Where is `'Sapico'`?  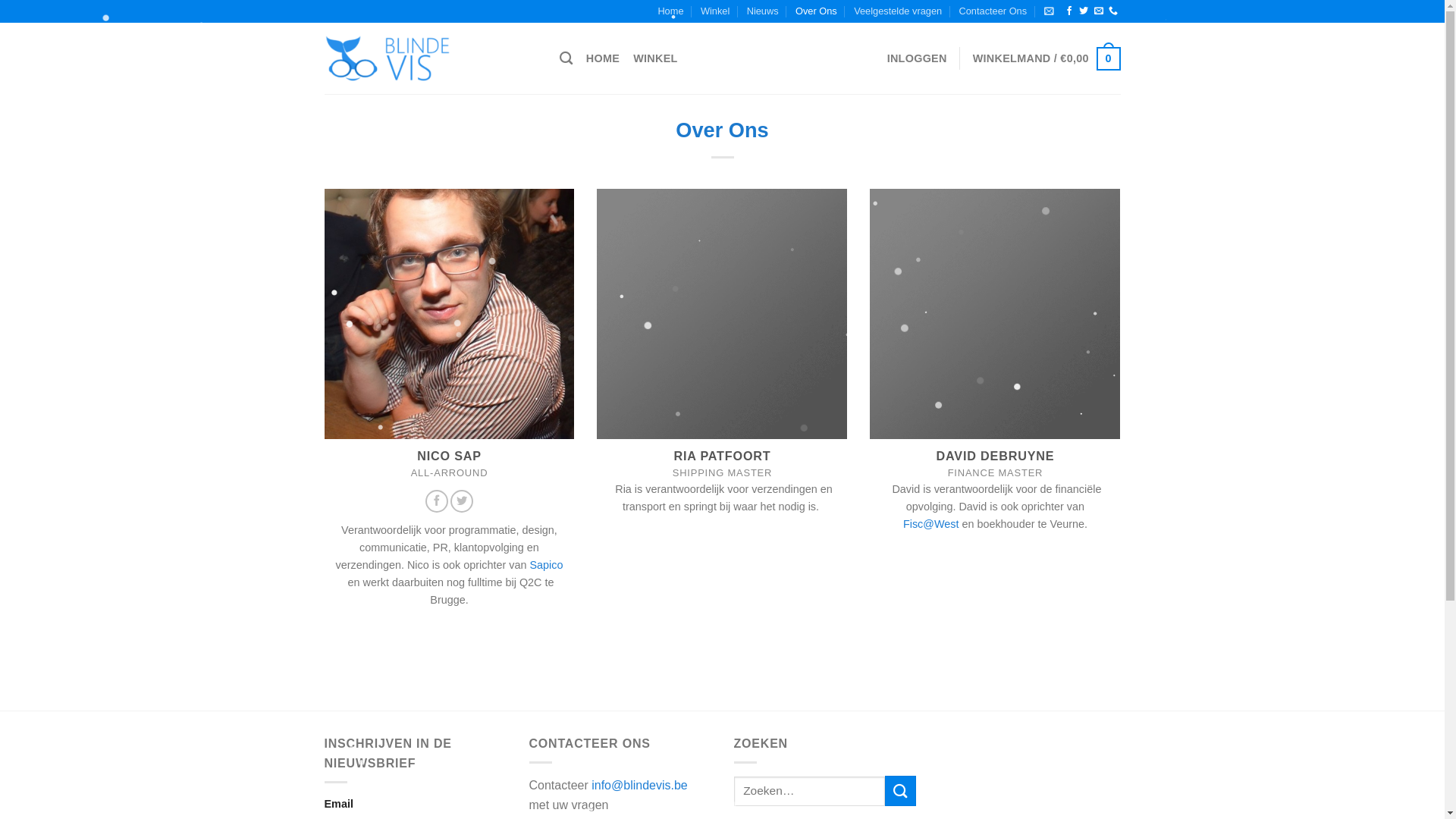 'Sapico' is located at coordinates (546, 565).